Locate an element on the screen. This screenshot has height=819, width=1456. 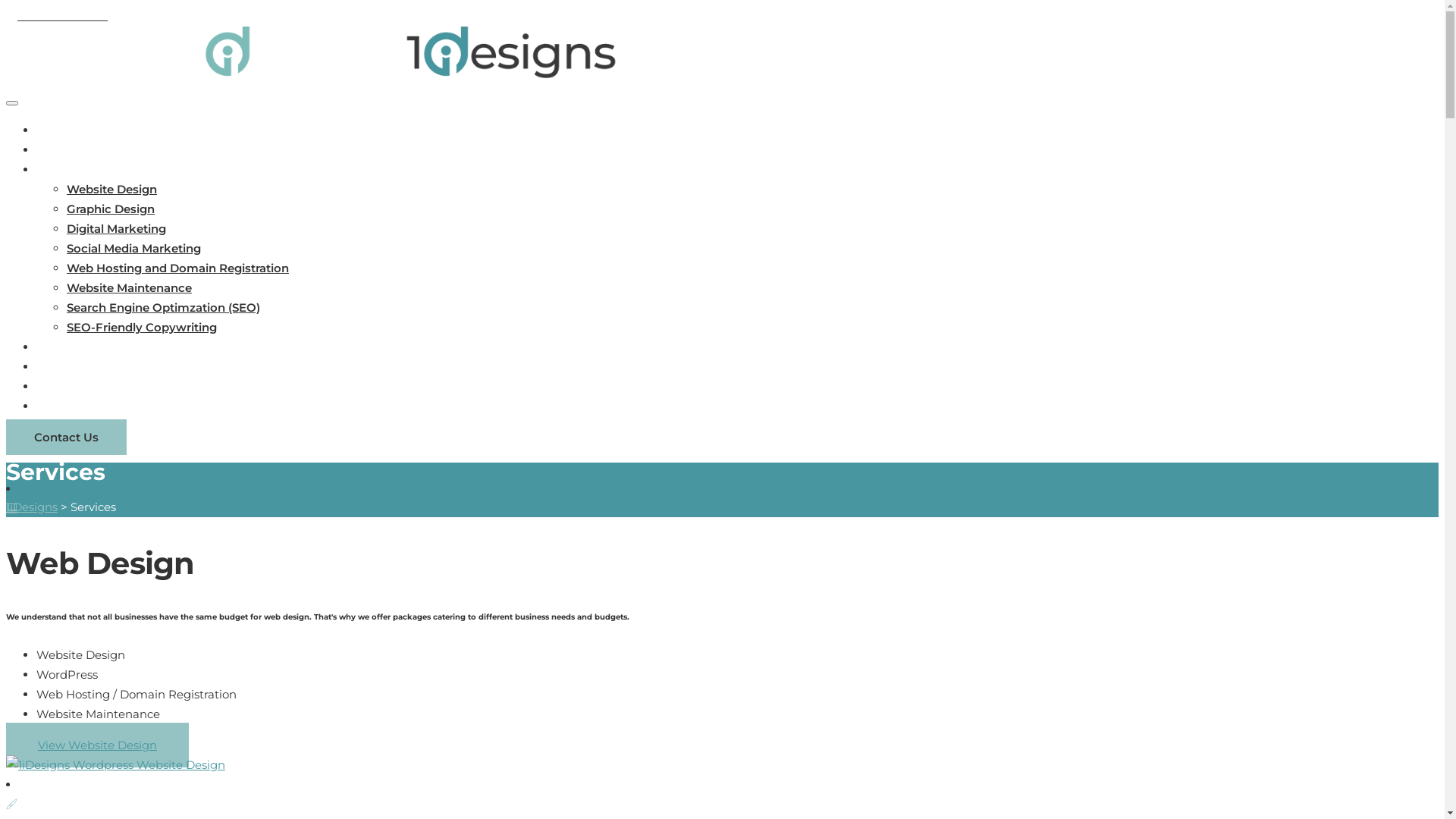
'About Us' is located at coordinates (62, 149).